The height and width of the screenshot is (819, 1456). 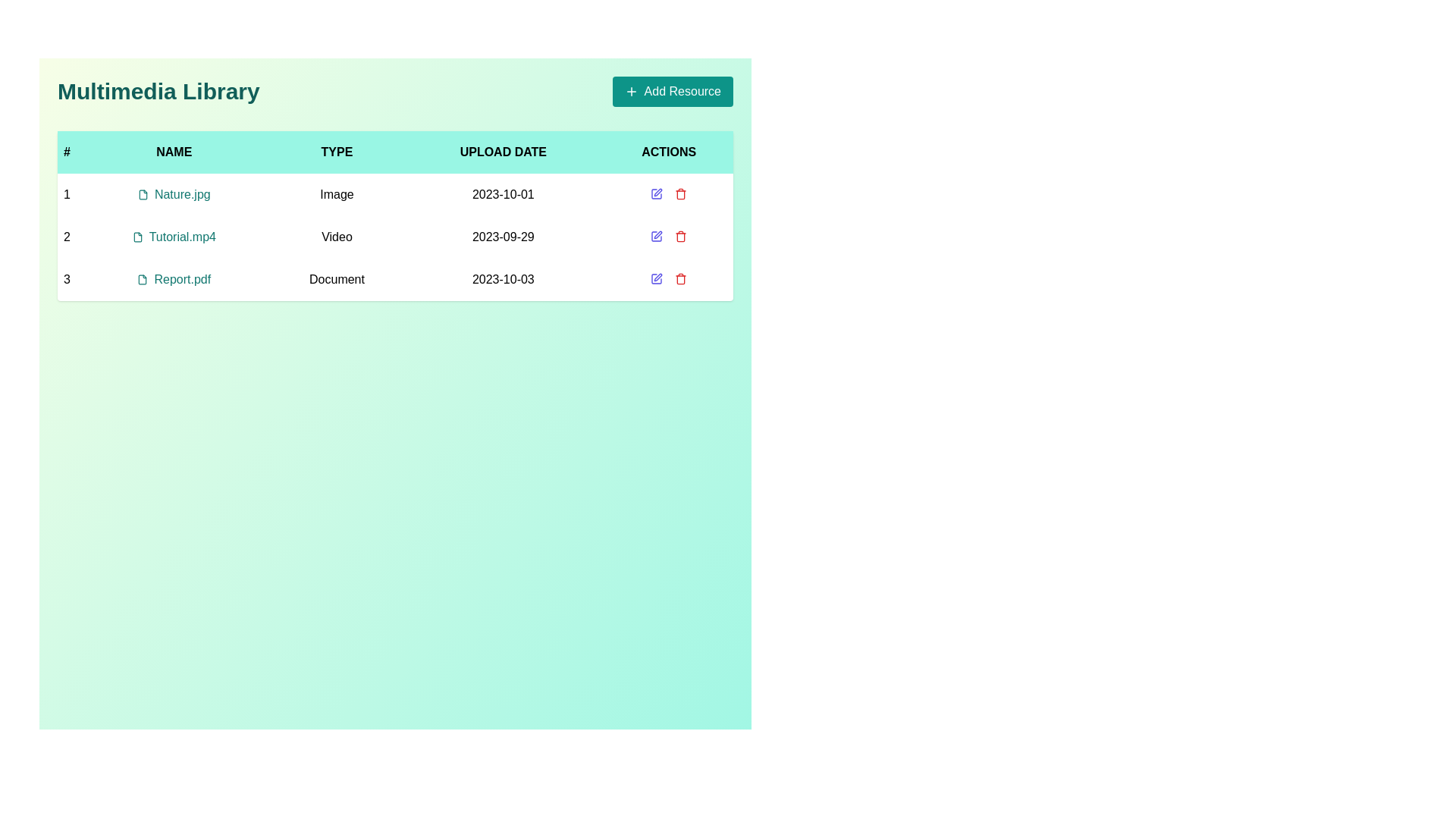 What do you see at coordinates (631, 91) in the screenshot?
I see `the teal-colored 'Add Resource' button containing the plus-shaped icon positioned to the left of the text label` at bounding box center [631, 91].